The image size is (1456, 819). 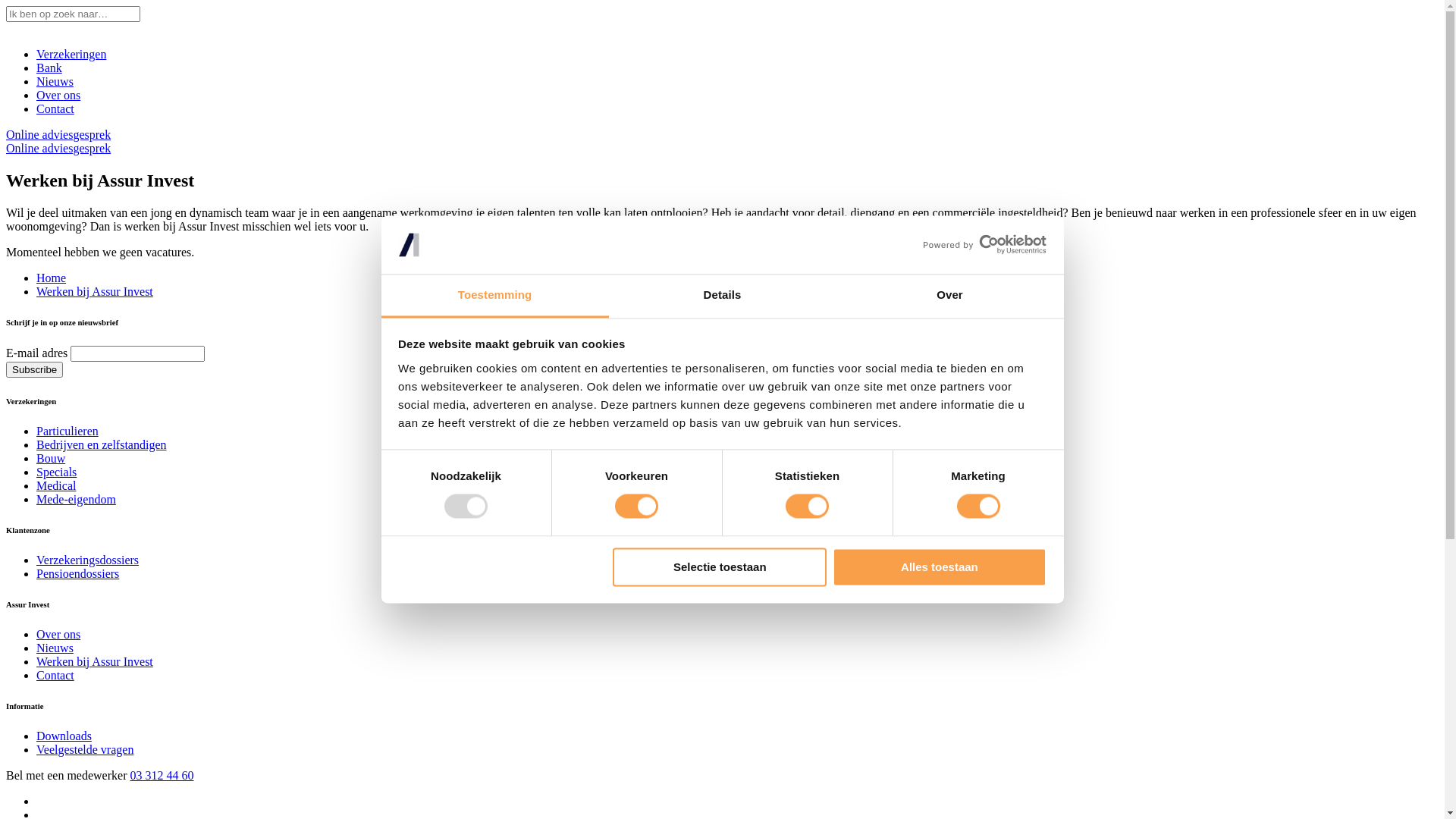 I want to click on 'Verzekeringsdossiers', so click(x=86, y=560).